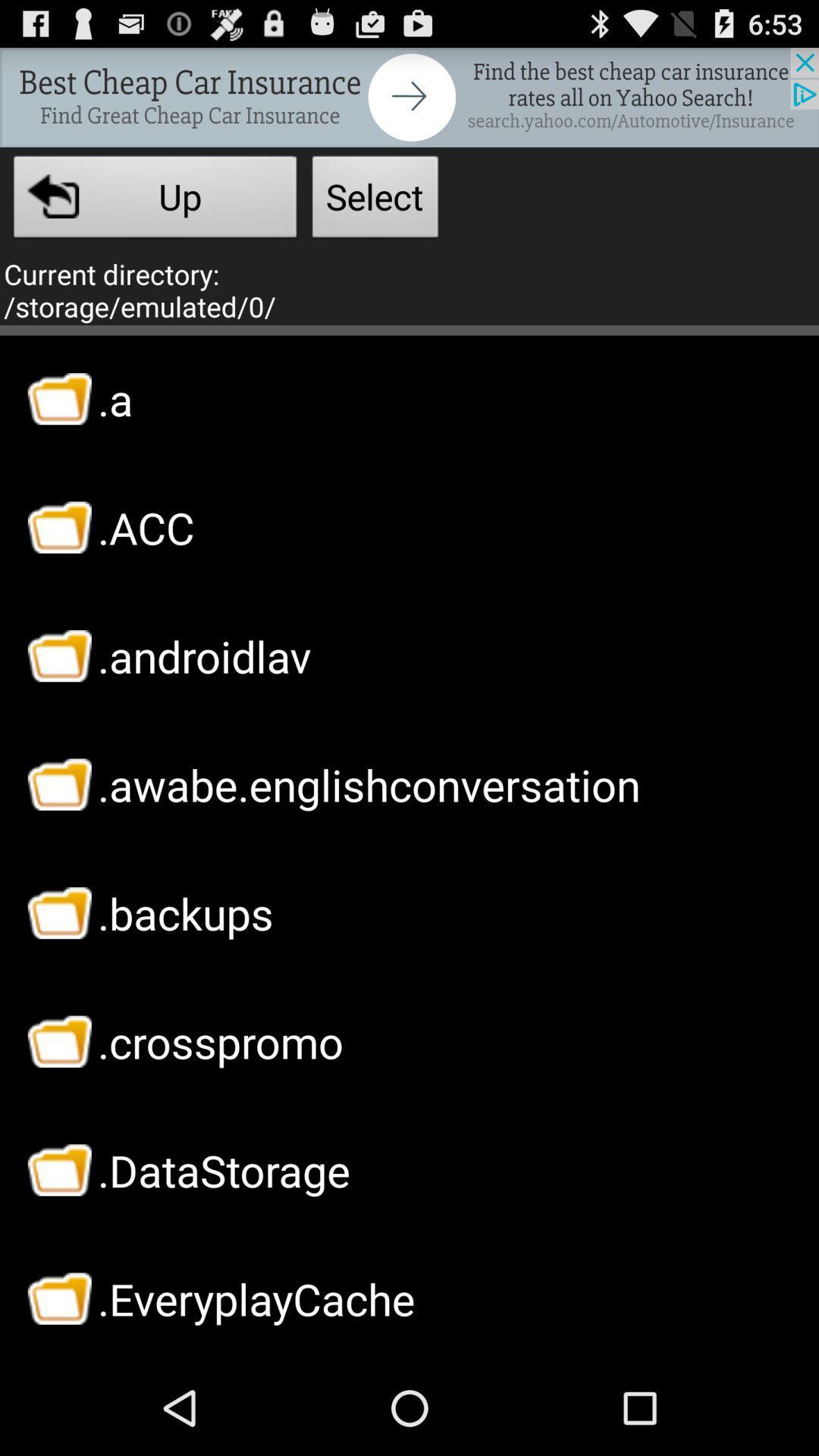 This screenshot has height=1456, width=819. I want to click on website, so click(409, 96).